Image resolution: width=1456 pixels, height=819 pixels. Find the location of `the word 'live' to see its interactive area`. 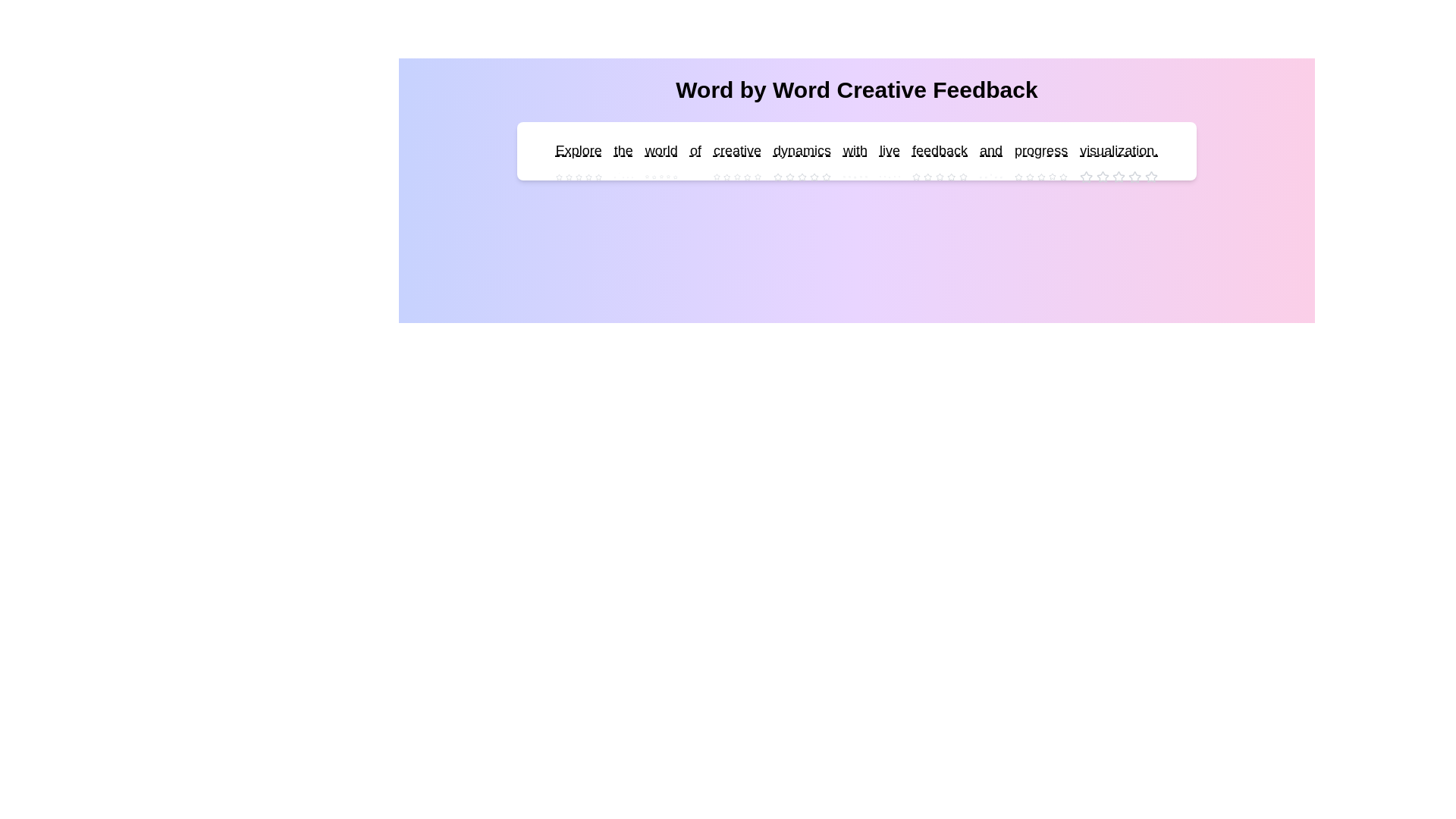

the word 'live' to see its interactive area is located at coordinates (890, 151).